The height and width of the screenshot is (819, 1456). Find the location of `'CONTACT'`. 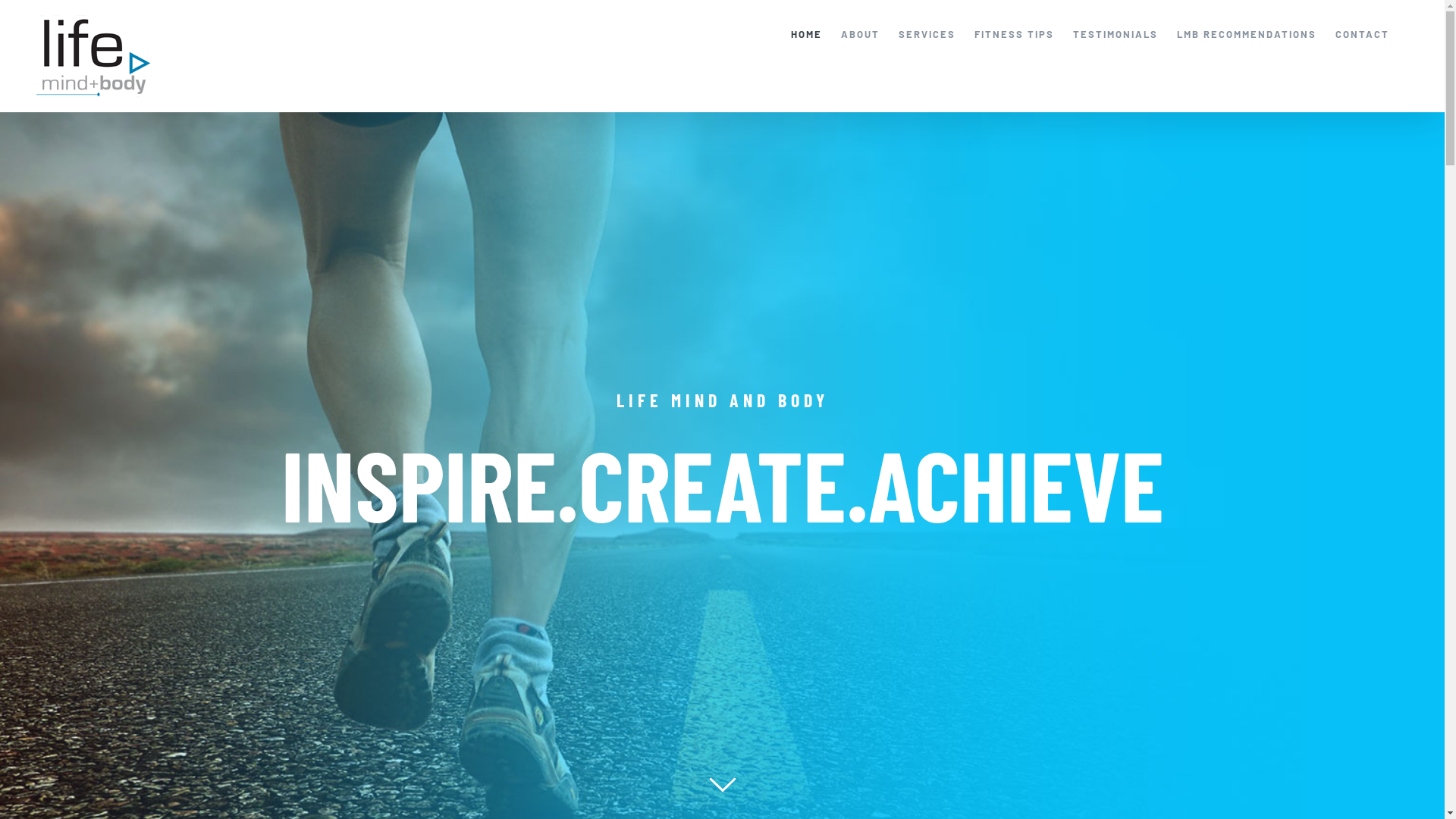

'CONTACT' is located at coordinates (1362, 34).